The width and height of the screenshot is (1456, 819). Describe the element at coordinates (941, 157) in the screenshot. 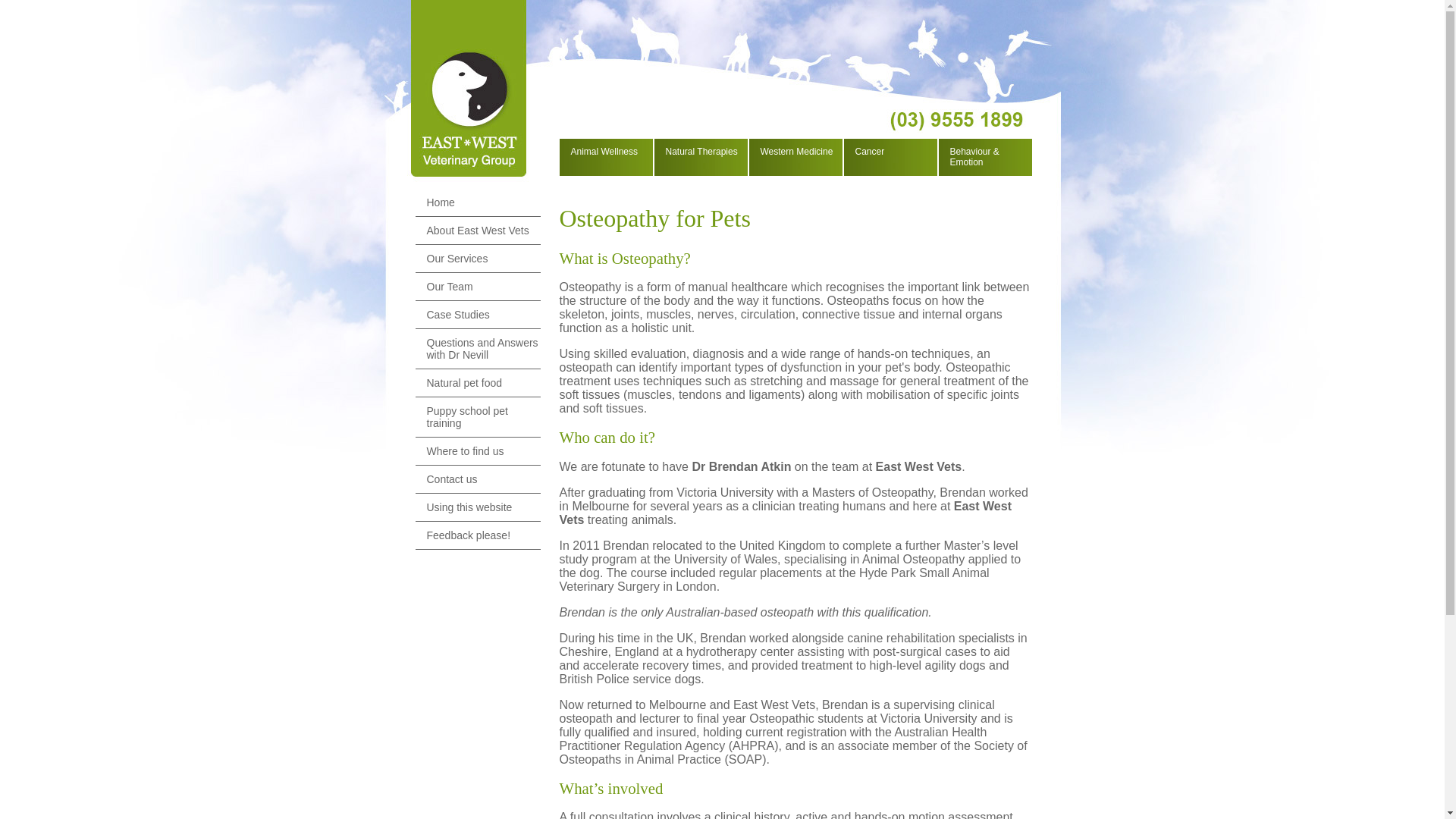

I see `'Behaviour & Emotion'` at that location.